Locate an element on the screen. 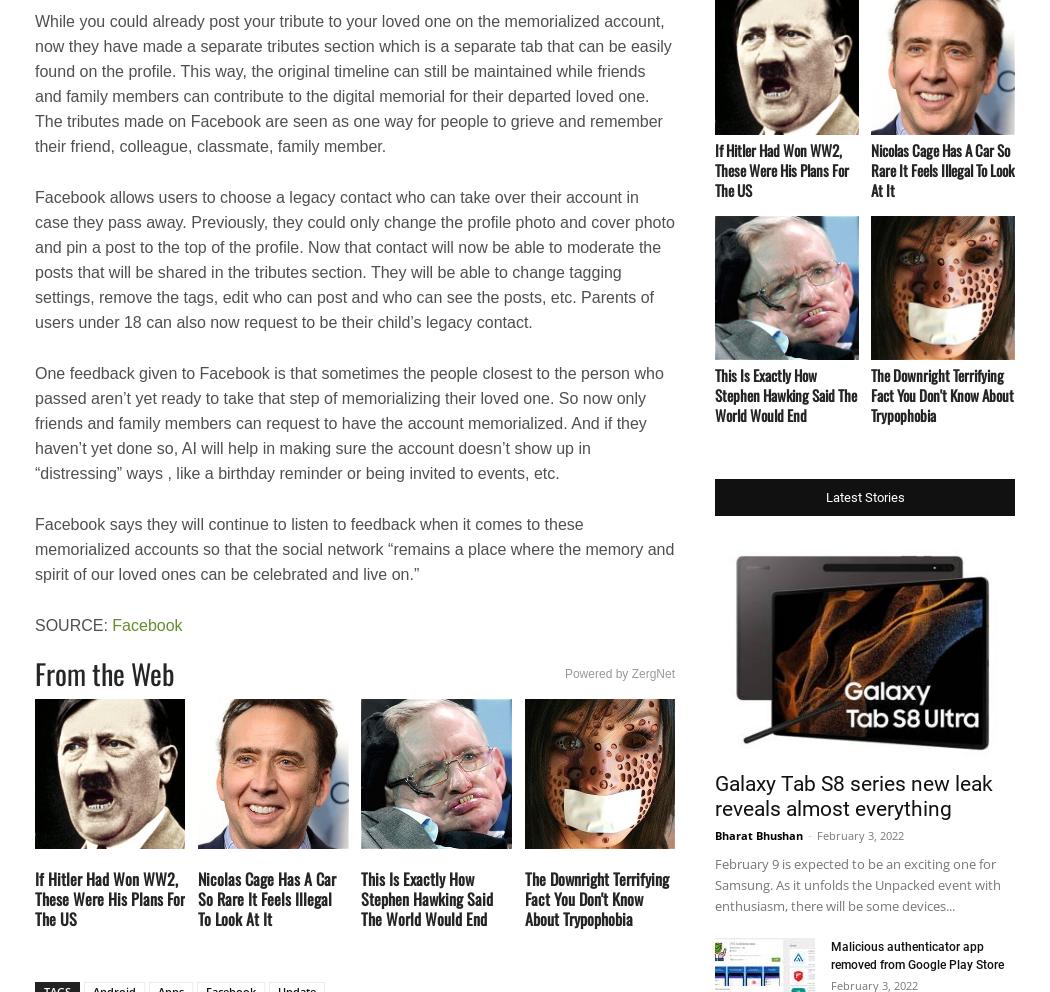 The height and width of the screenshot is (992, 1050). 'February 3, 2022' is located at coordinates (860, 834).